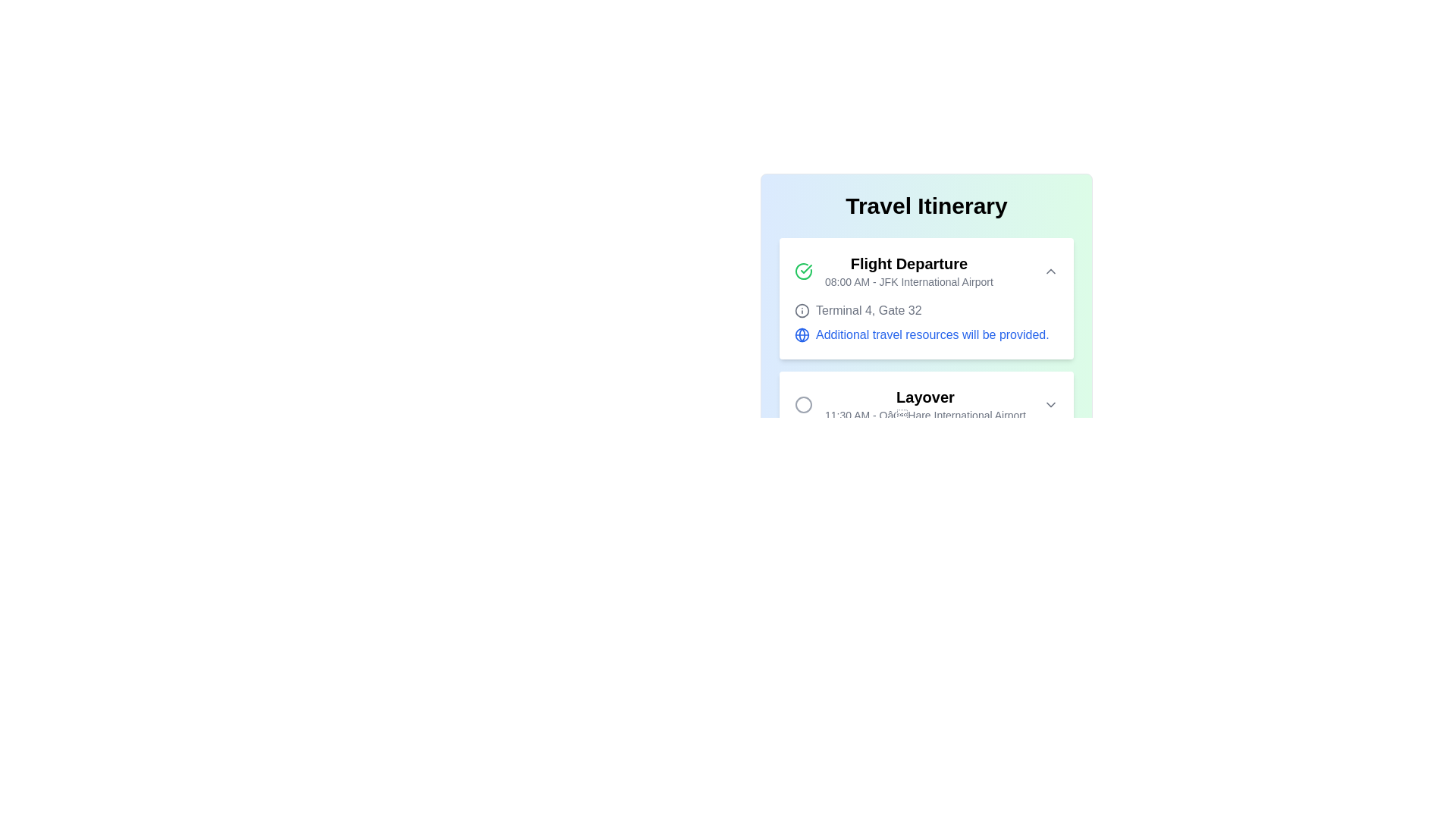 This screenshot has height=819, width=1456. What do you see at coordinates (910, 403) in the screenshot?
I see `the area surrounding the informational text block labeled 'Layover' to unfold further details about the travel itinerary` at bounding box center [910, 403].